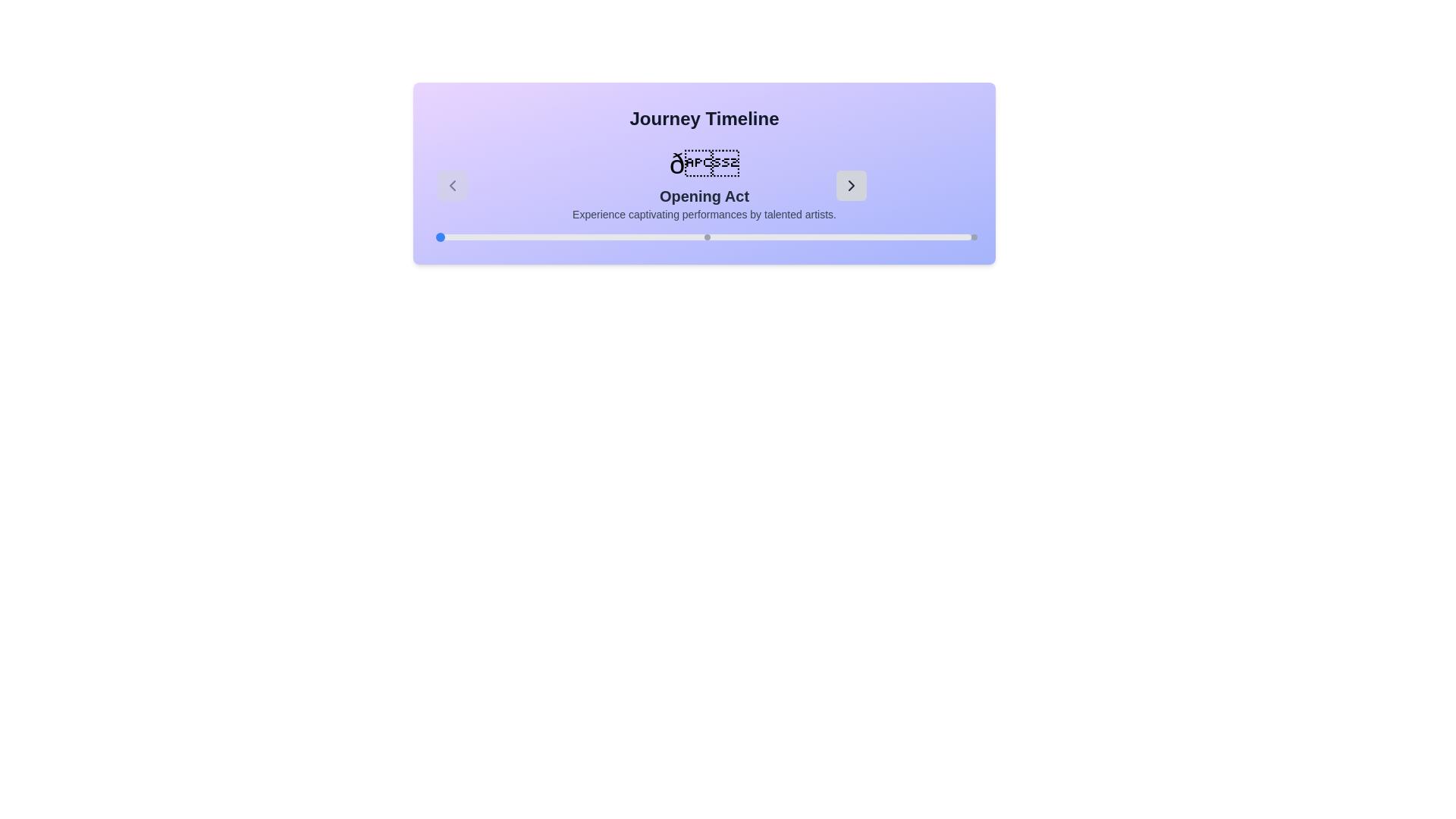  What do you see at coordinates (704, 185) in the screenshot?
I see `the 'Opening Act' text display section` at bounding box center [704, 185].